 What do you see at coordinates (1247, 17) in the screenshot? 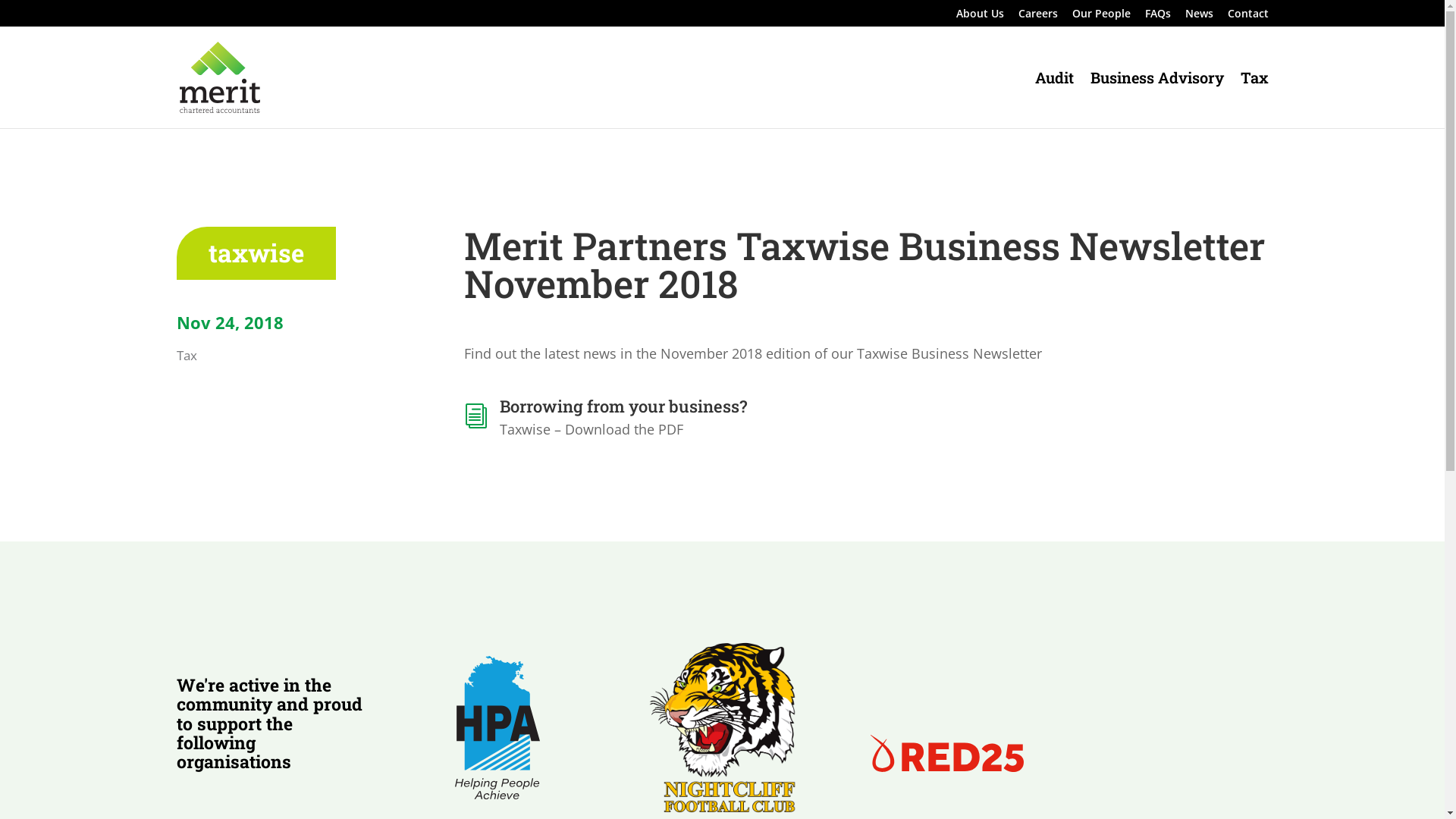
I see `'Contact'` at bounding box center [1247, 17].